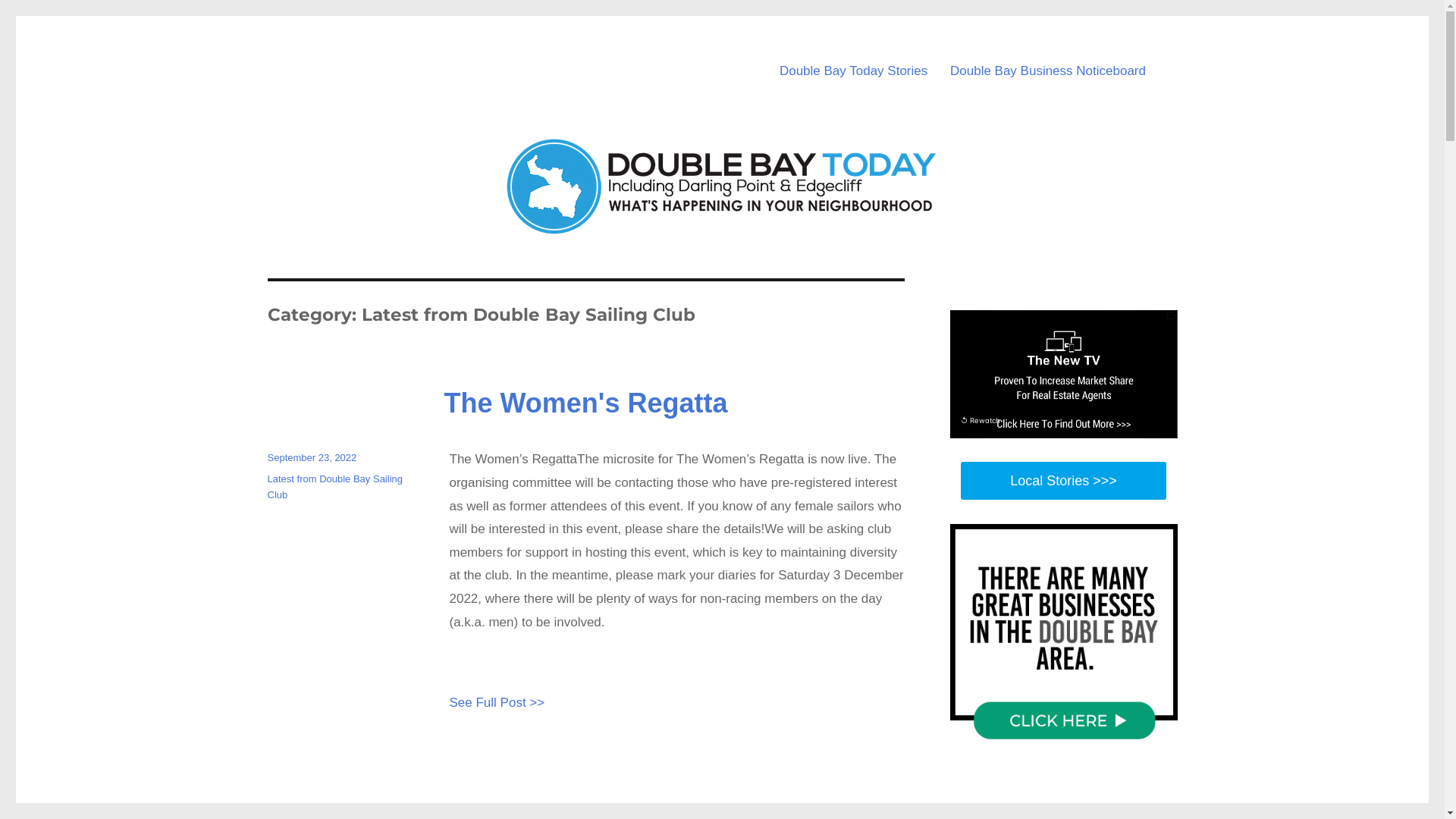 The image size is (1456, 819). Describe the element at coordinates (853, 71) in the screenshot. I see `'Double Bay Today Stories'` at that location.